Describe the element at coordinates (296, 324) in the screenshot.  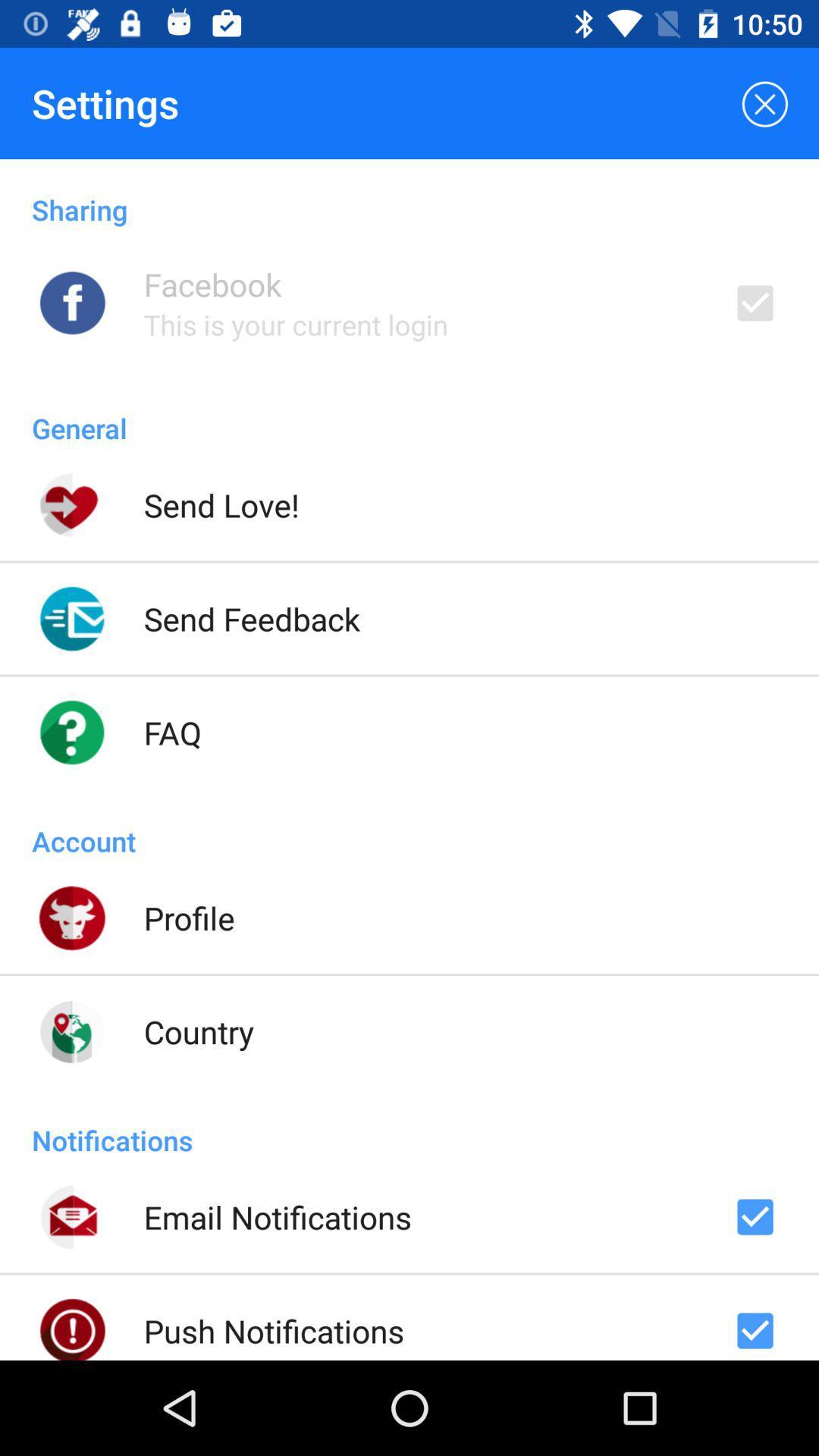
I see `this is your` at that location.